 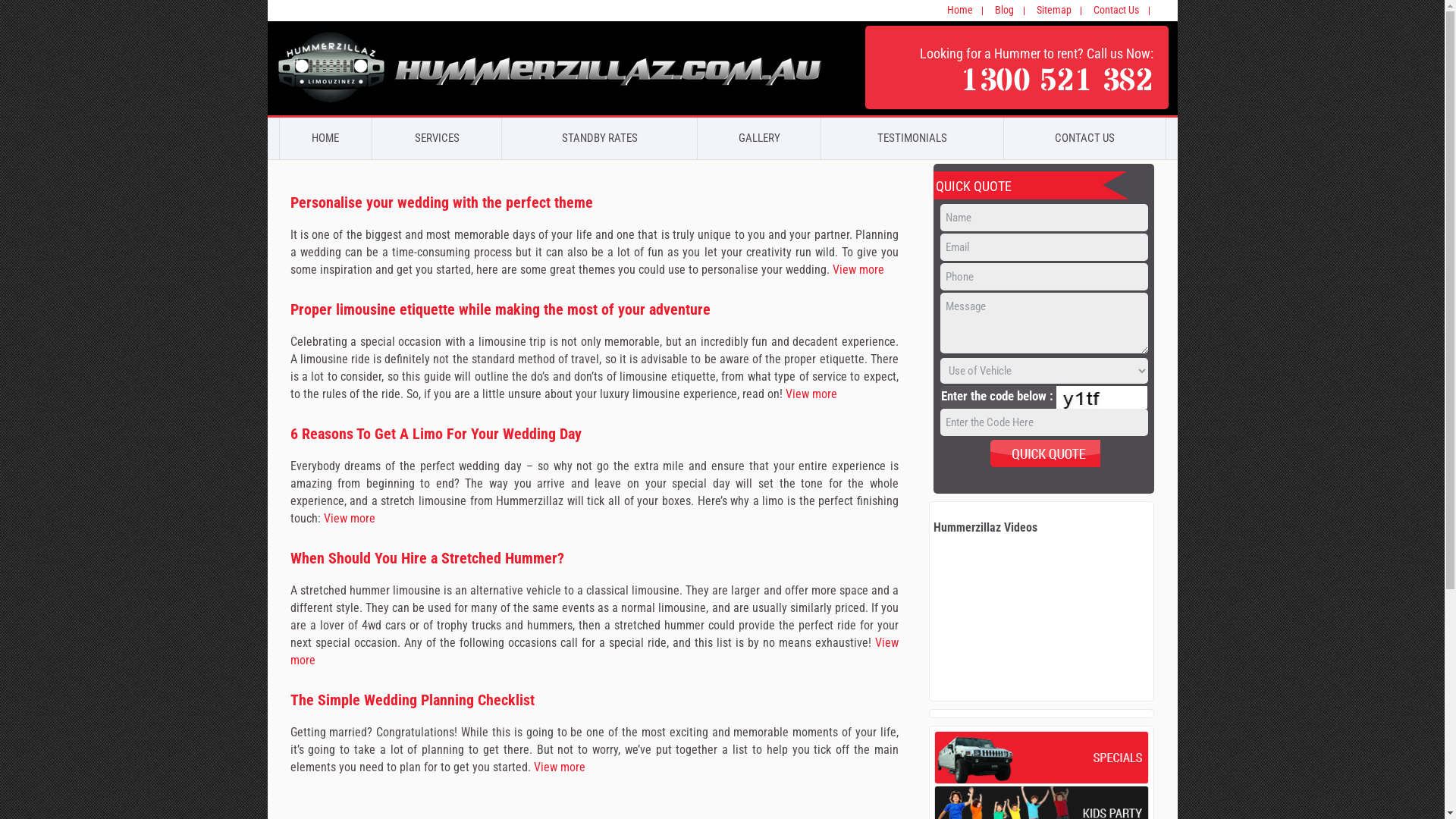 I want to click on 'Sitemap', so click(x=1052, y=9).